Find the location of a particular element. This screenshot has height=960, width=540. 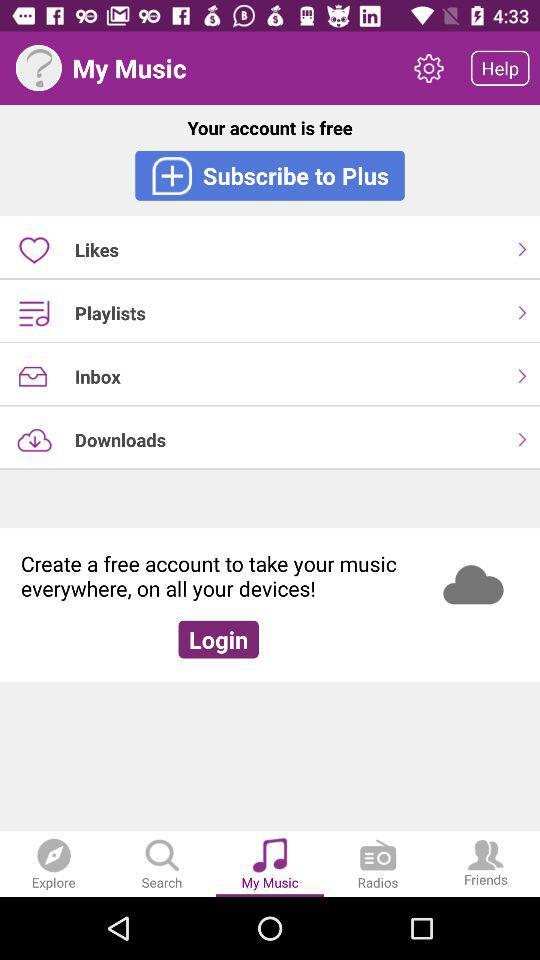

picture is located at coordinates (38, 68).